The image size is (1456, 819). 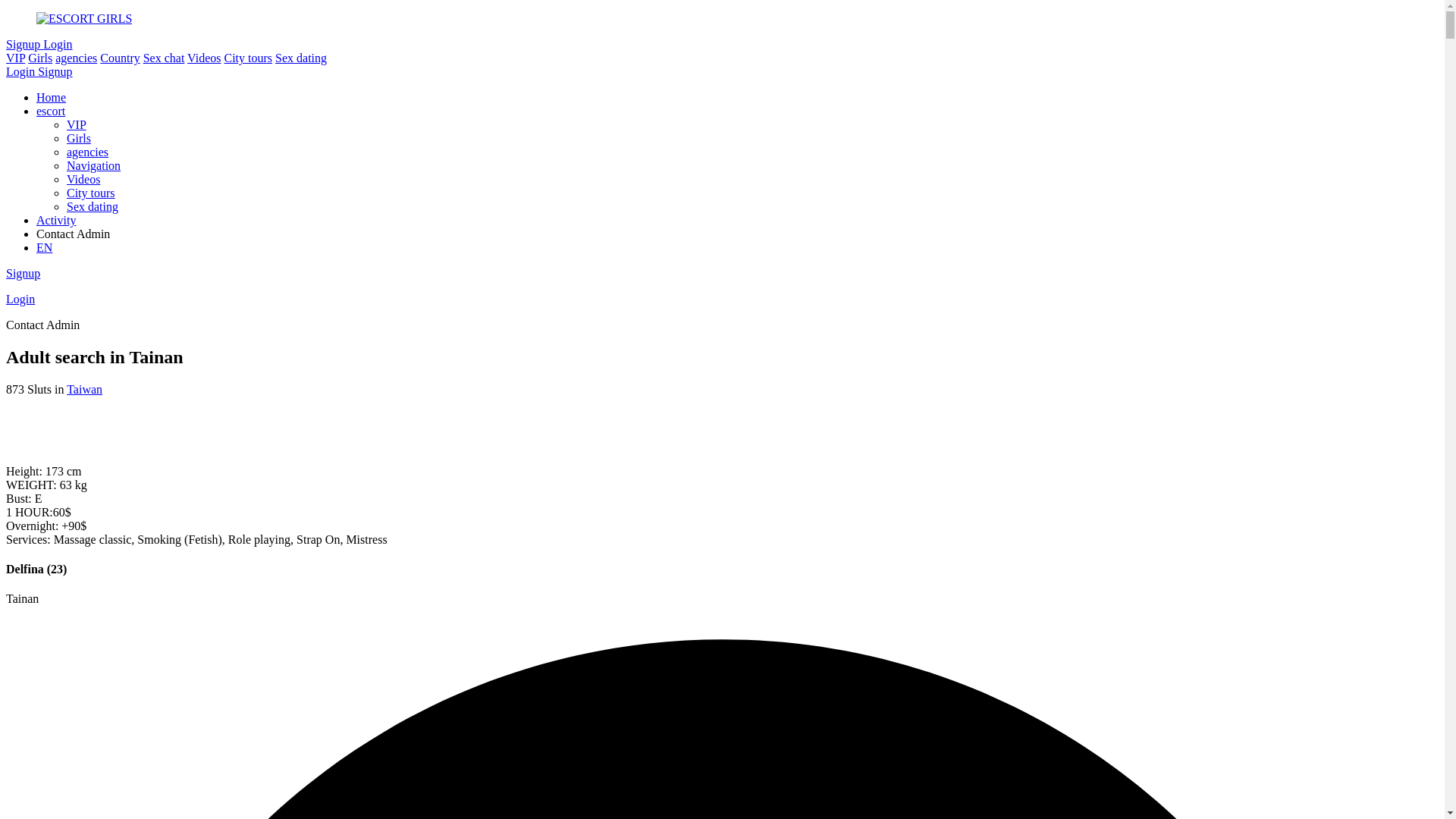 I want to click on 'EN', so click(x=44, y=246).